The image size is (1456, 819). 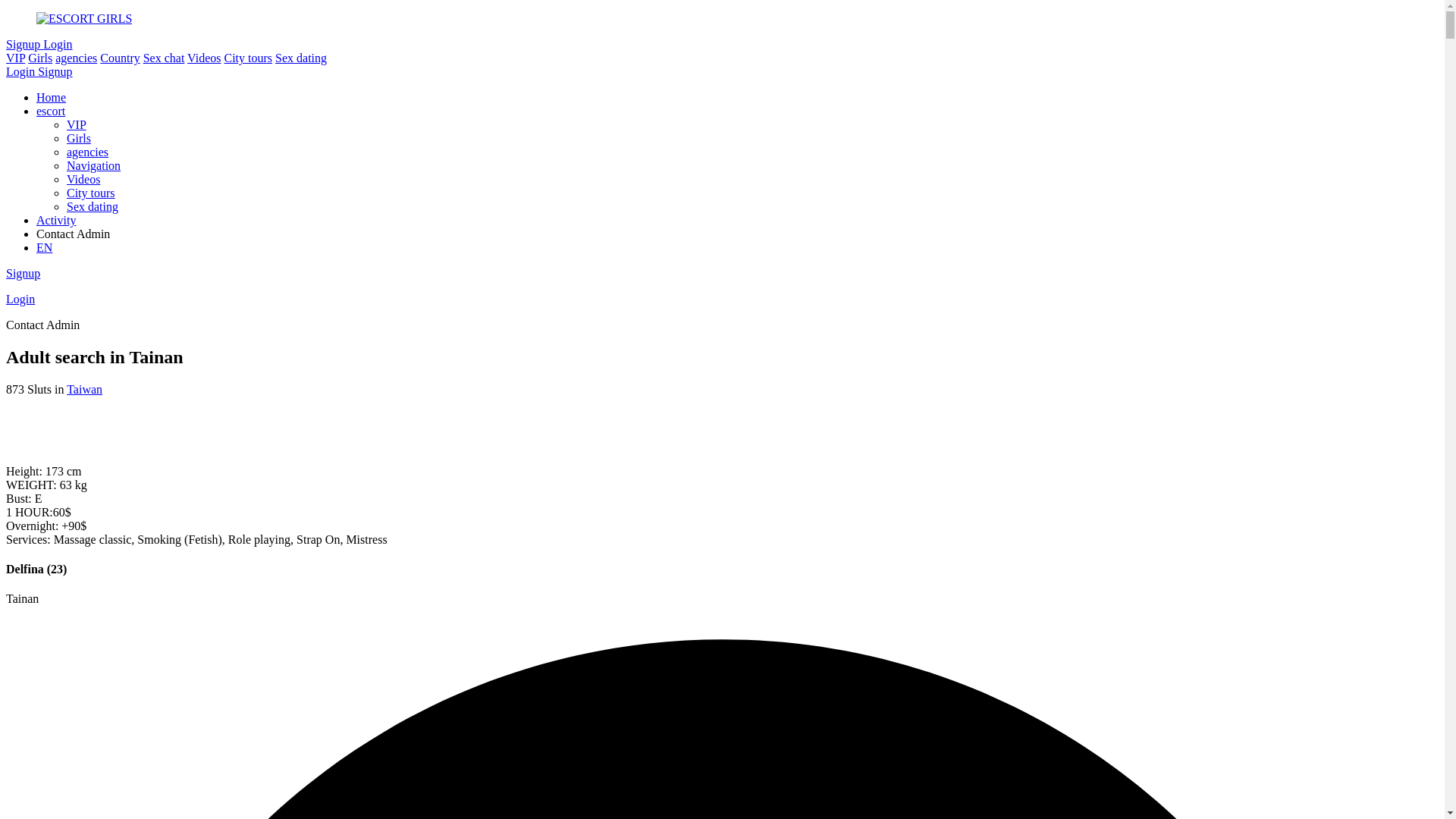 I want to click on 'EN', so click(x=44, y=246).